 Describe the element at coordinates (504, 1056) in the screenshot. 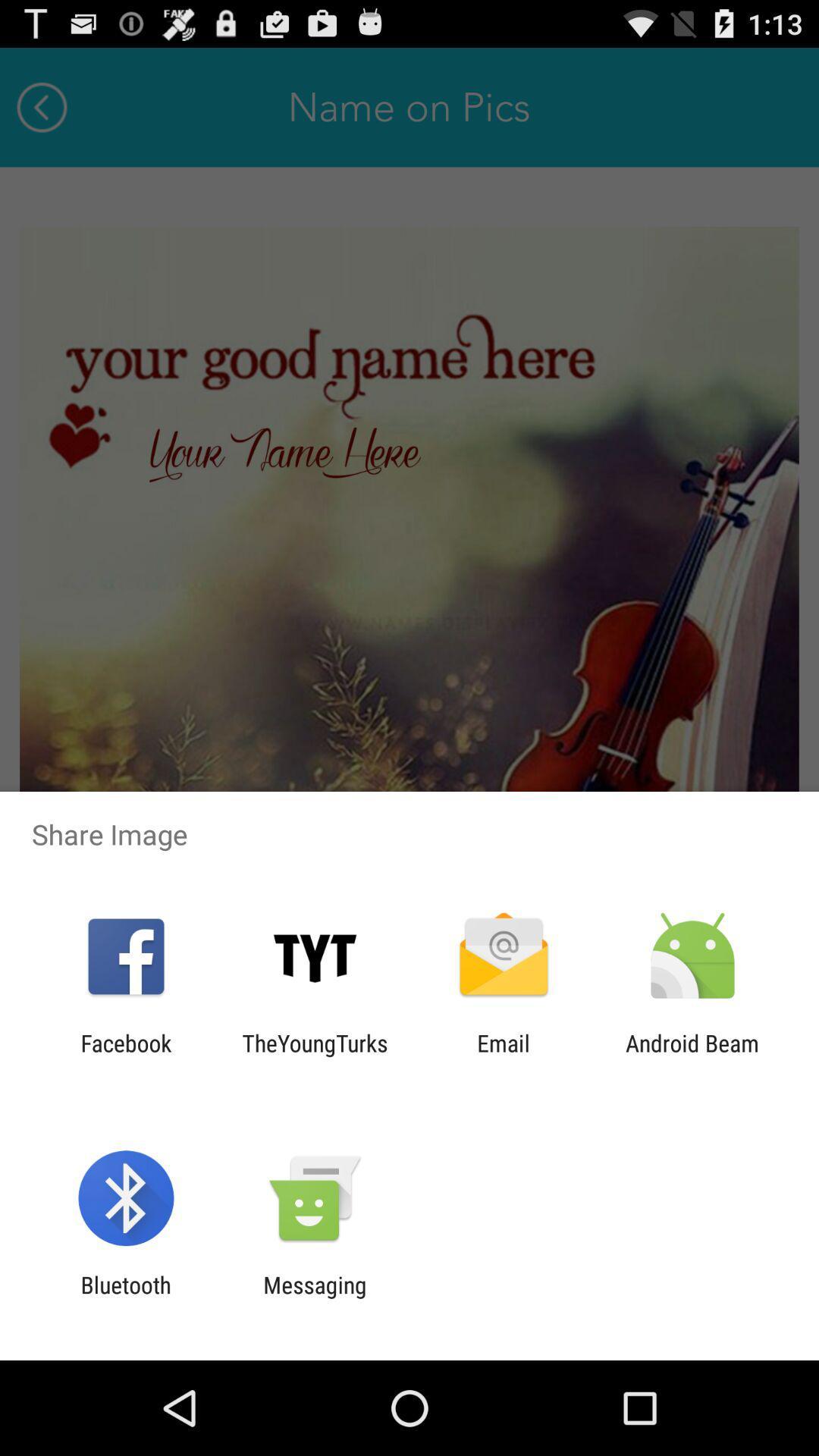

I see `the app to the right of the theyoungturks icon` at that location.